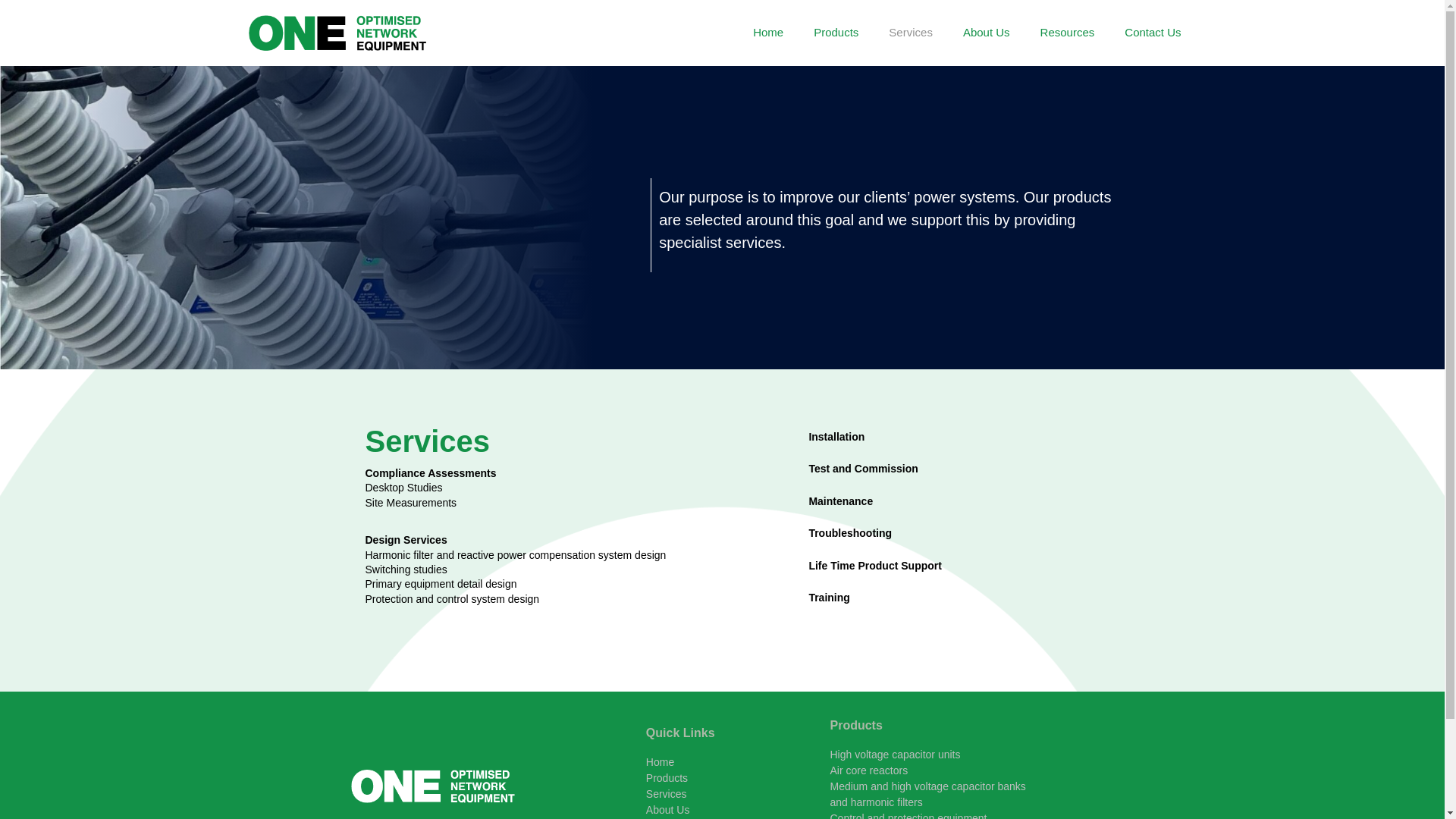 The width and height of the screenshot is (1456, 819). What do you see at coordinates (1109, 32) in the screenshot?
I see `'Contact Us'` at bounding box center [1109, 32].